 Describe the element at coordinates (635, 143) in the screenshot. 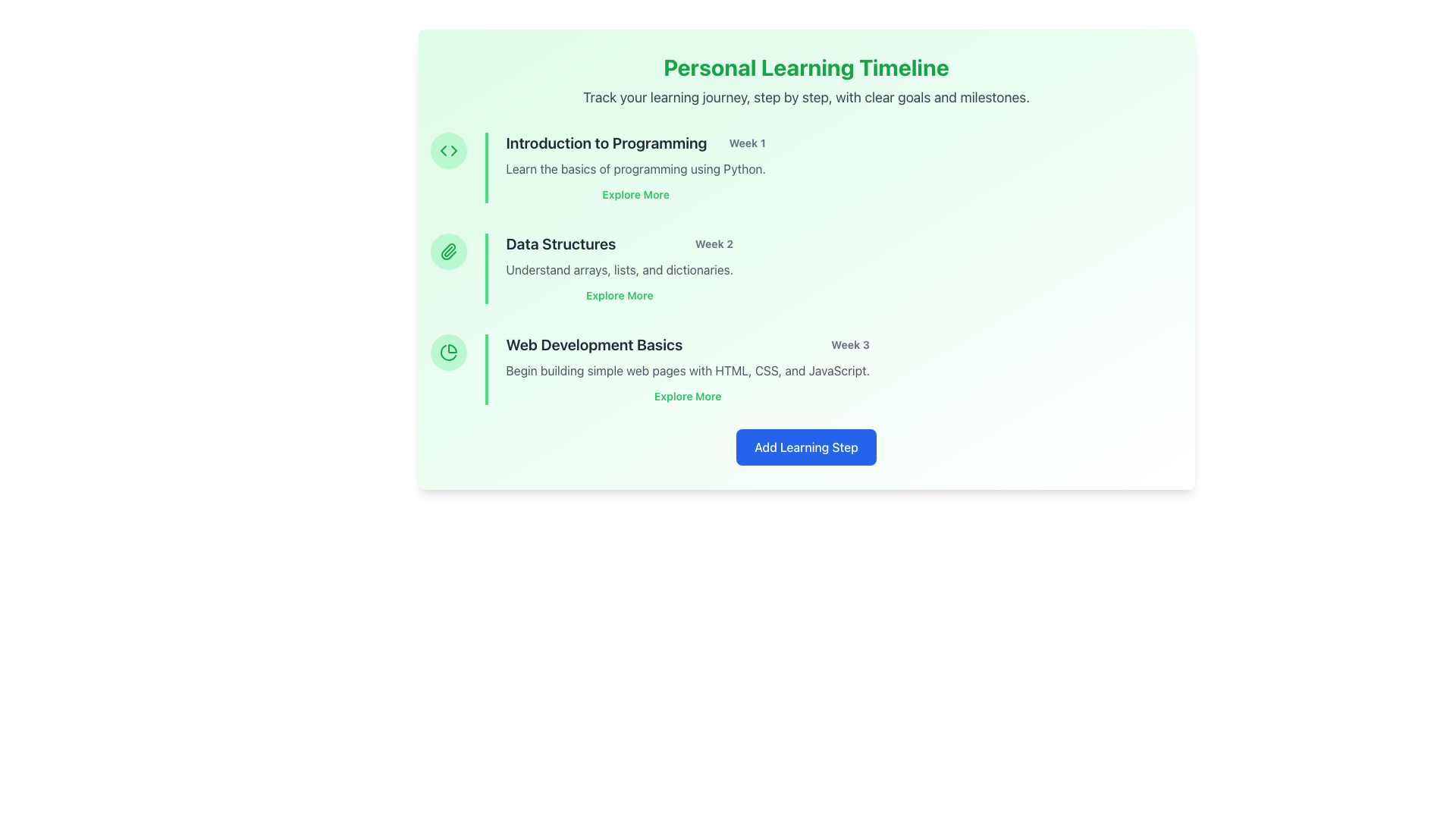

I see `the text label that reads 'Introduction to Programming' with 'Week 1' to the right, located at the top of the content block under 'Personal Learning Timeline'` at that location.